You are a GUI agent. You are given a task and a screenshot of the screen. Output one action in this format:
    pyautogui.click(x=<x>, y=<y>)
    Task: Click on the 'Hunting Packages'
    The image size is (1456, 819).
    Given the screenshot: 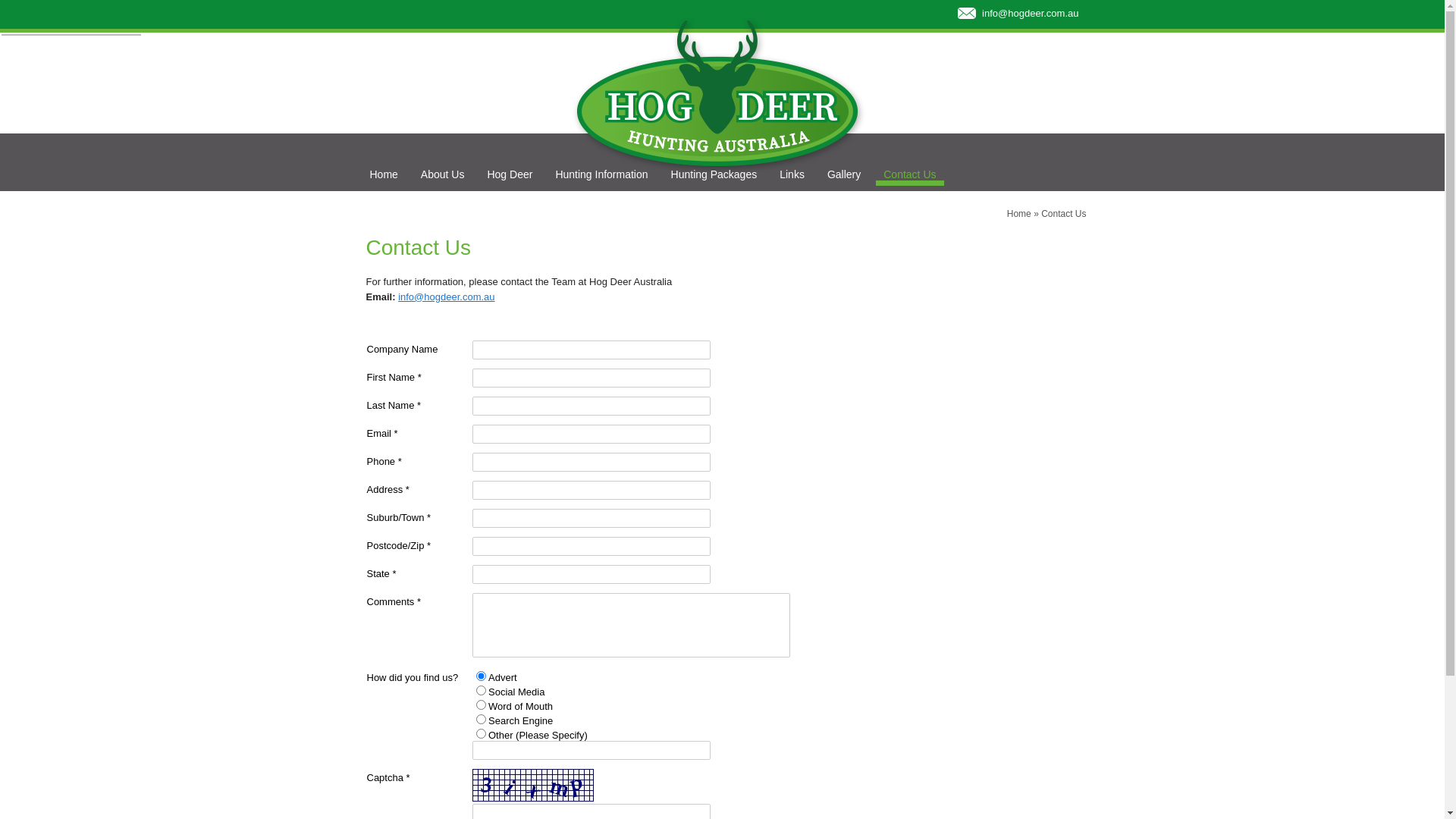 What is the action you would take?
    pyautogui.click(x=713, y=174)
    